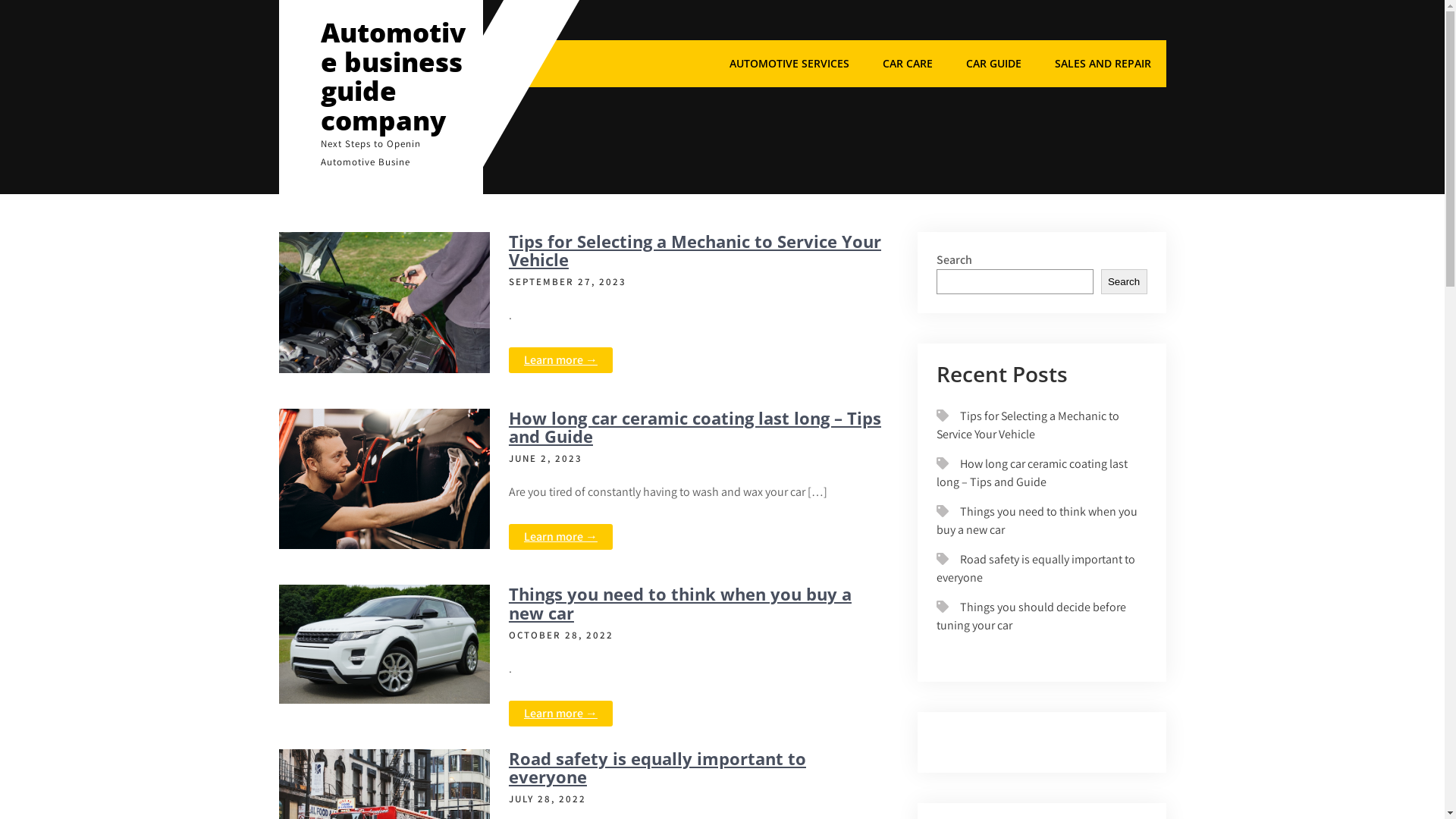 The height and width of the screenshot is (819, 1456). What do you see at coordinates (1124, 281) in the screenshot?
I see `'Search'` at bounding box center [1124, 281].